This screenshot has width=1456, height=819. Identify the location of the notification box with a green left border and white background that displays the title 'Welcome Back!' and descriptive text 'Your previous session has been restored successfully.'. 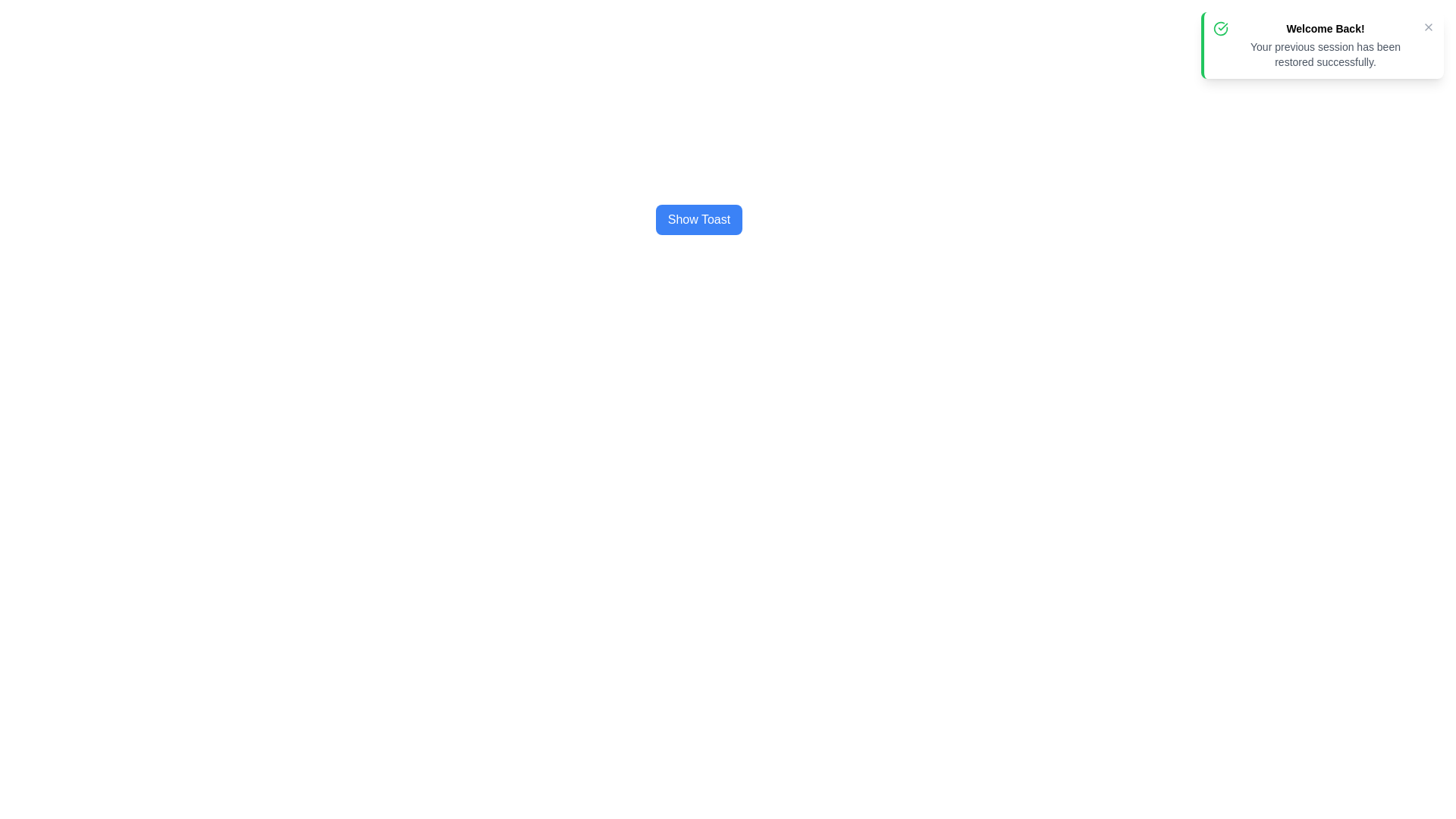
(1321, 45).